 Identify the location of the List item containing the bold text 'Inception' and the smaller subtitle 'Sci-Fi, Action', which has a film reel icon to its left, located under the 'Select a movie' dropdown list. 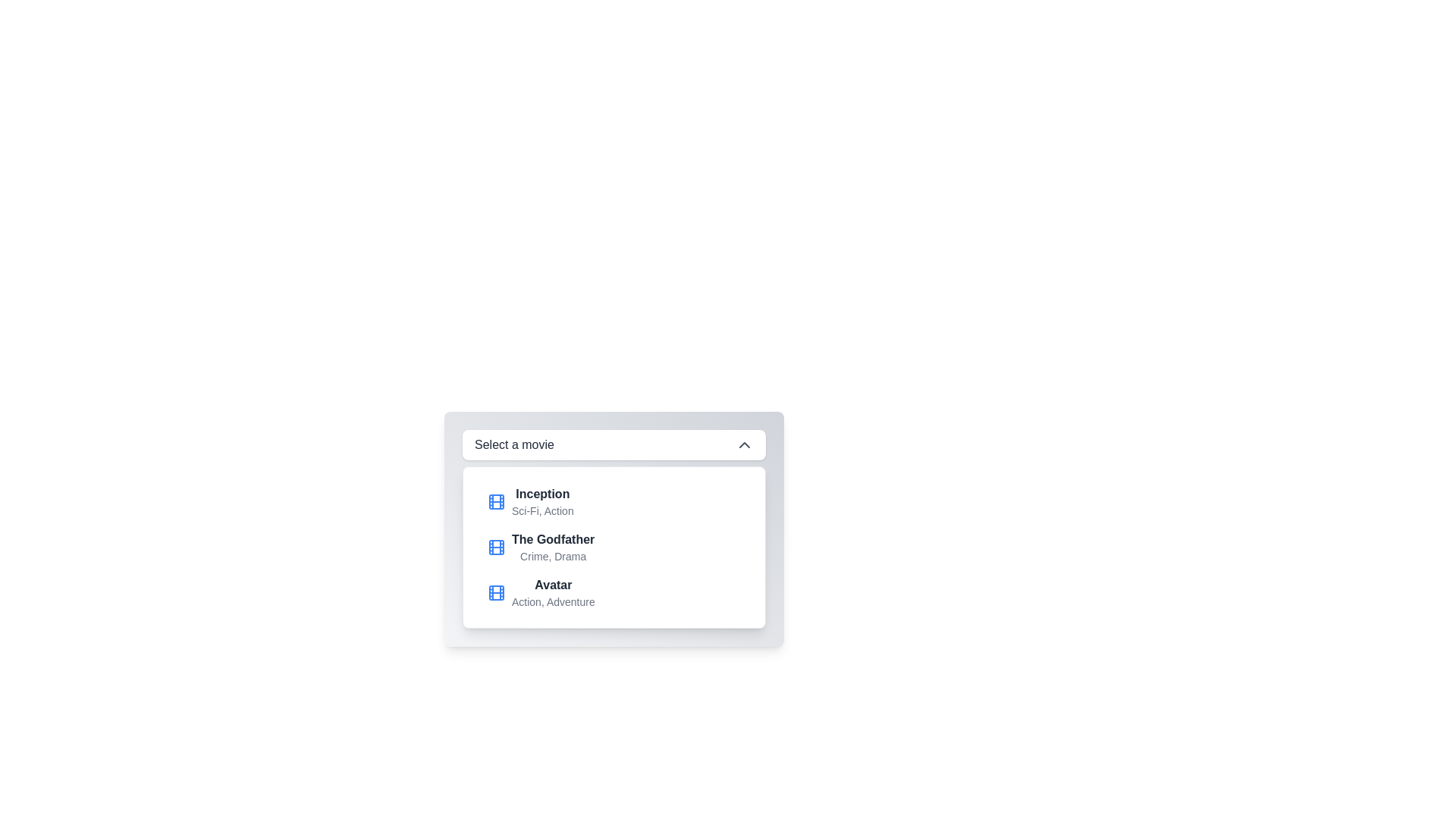
(530, 502).